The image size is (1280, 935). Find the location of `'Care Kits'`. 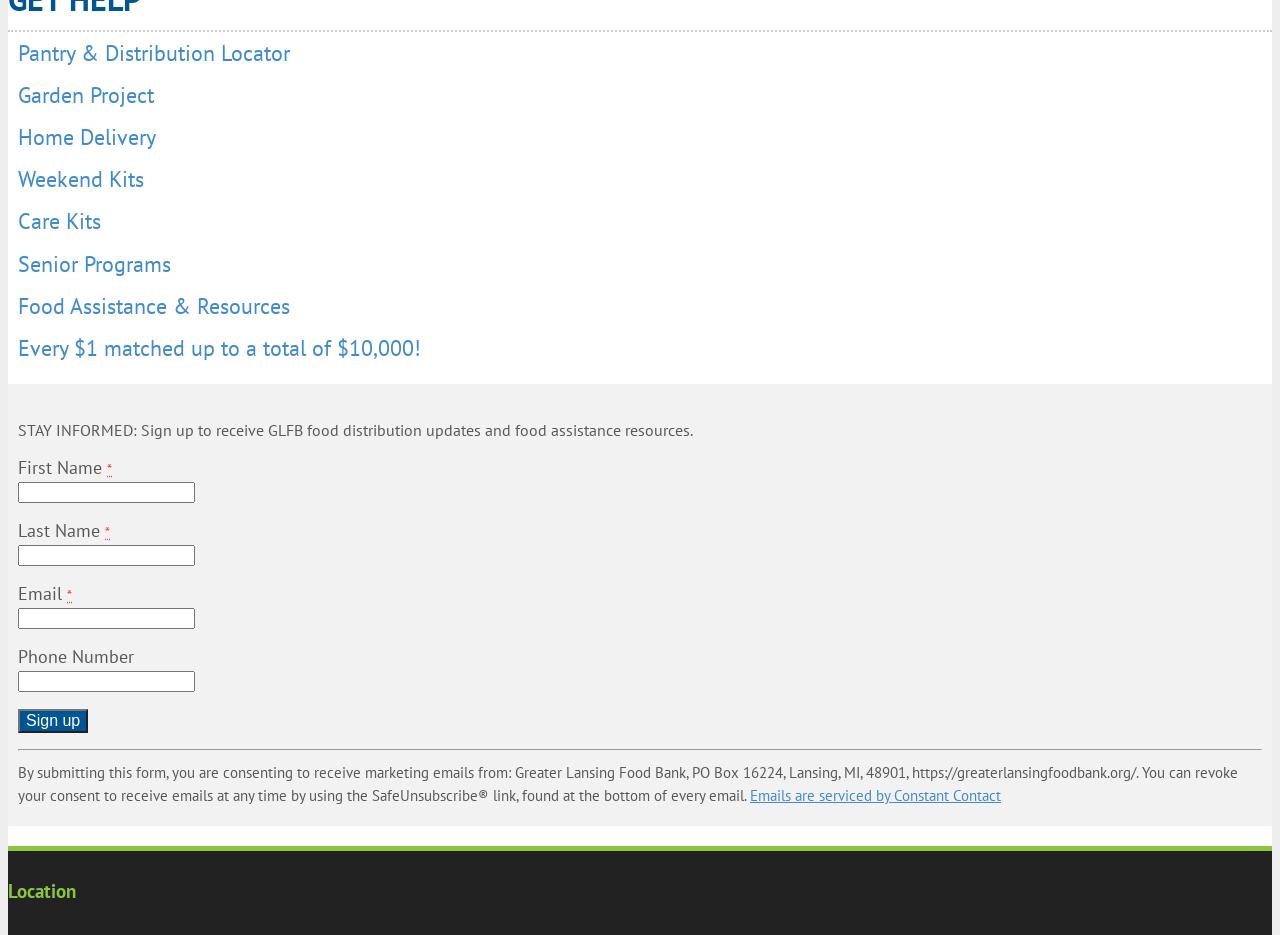

'Care Kits' is located at coordinates (59, 221).